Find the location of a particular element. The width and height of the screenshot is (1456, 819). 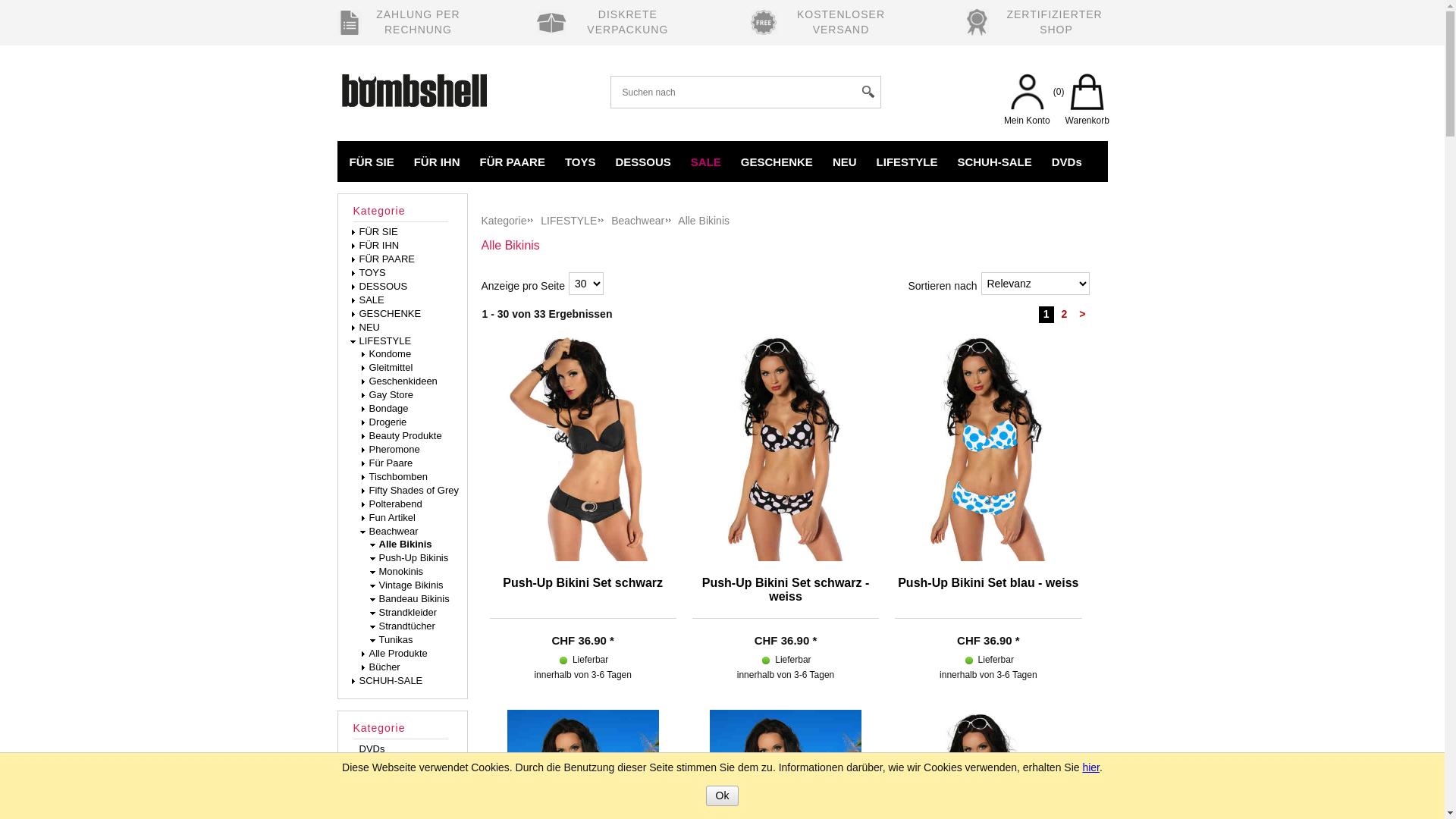

'2' is located at coordinates (1063, 312).